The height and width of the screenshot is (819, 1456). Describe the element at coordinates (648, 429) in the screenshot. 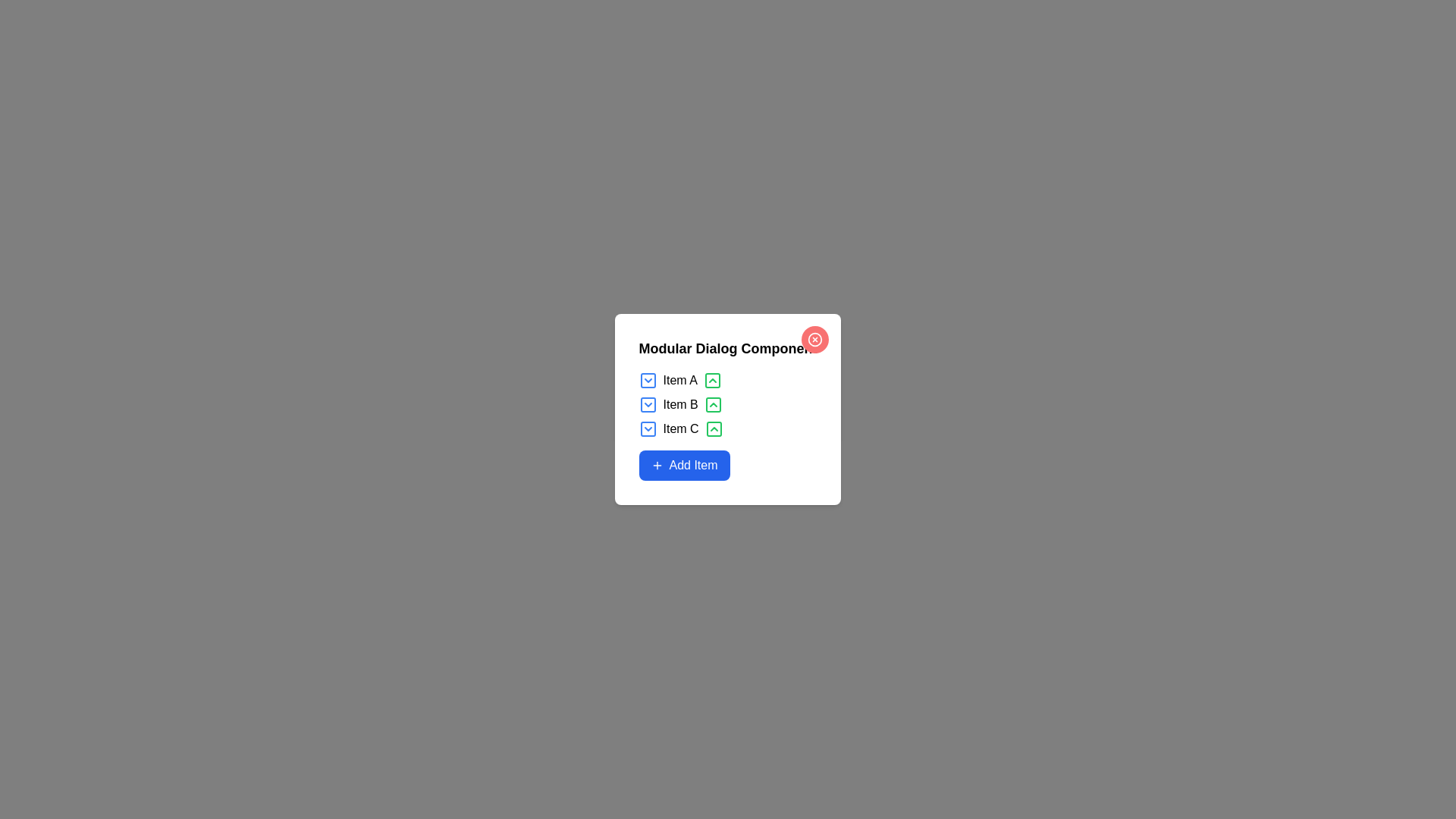

I see `down arrow of item Item C to view its details` at that location.